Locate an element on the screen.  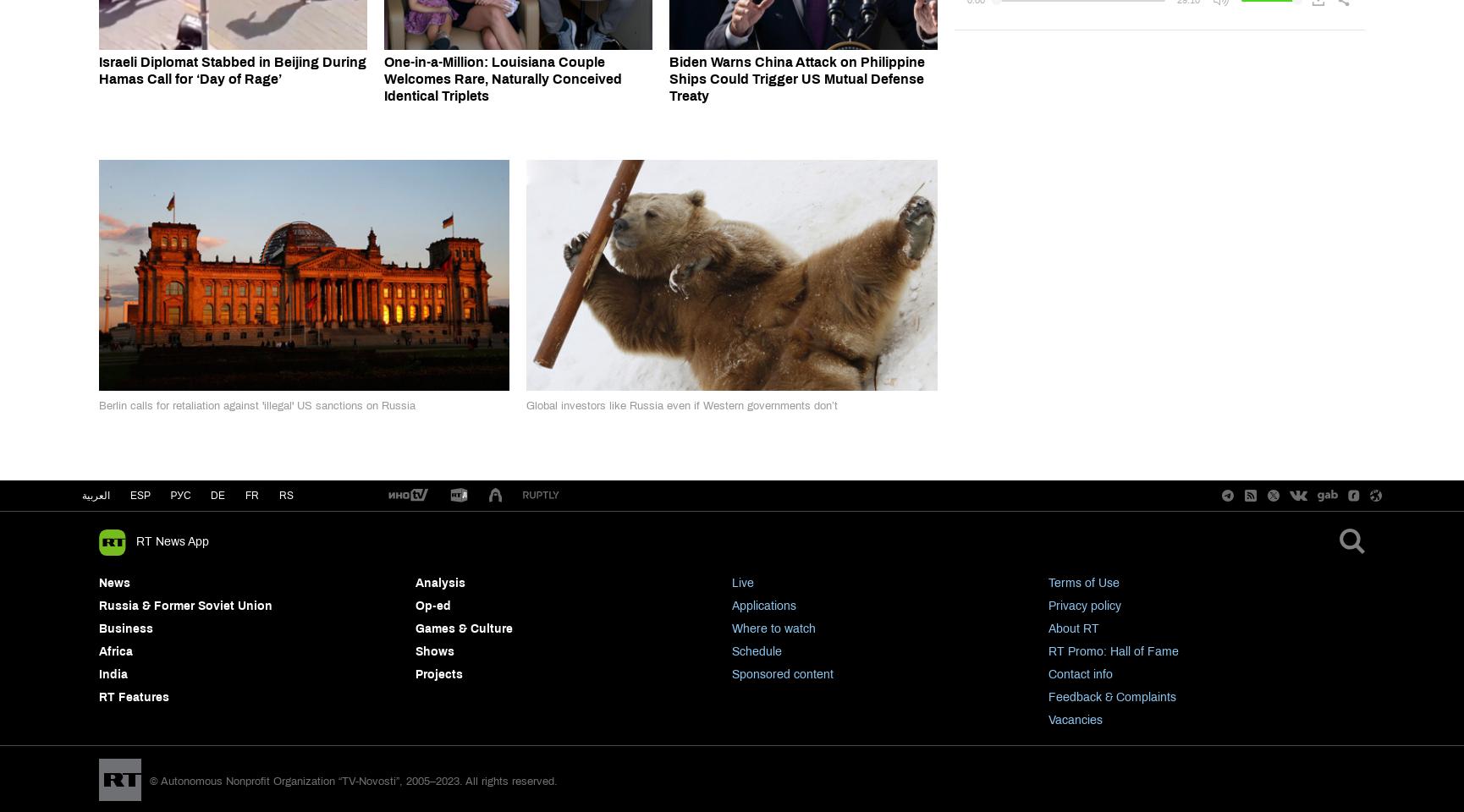
'Schedule' is located at coordinates (757, 650).